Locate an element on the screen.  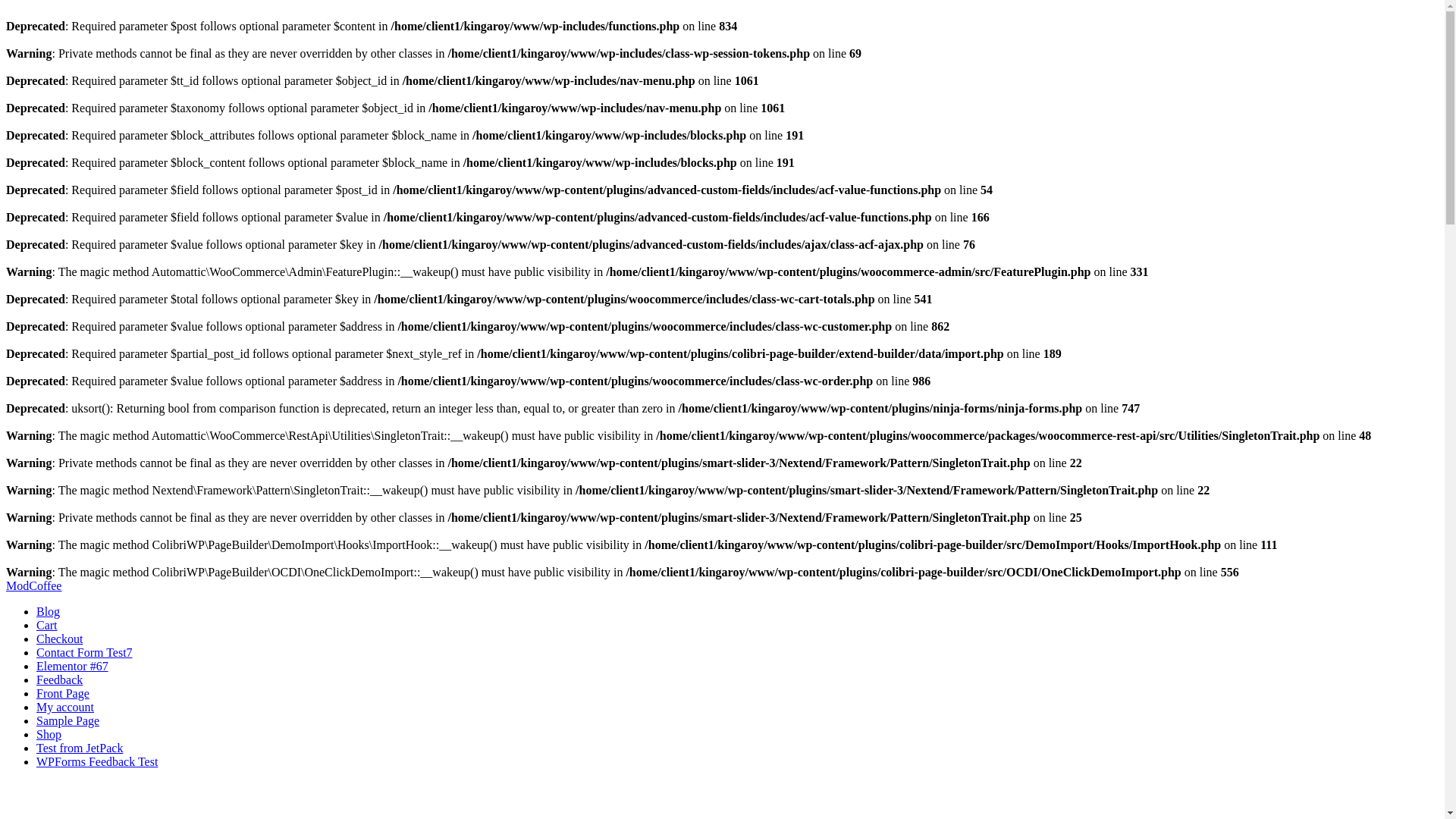
'Skip to content' is located at coordinates (6, 579).